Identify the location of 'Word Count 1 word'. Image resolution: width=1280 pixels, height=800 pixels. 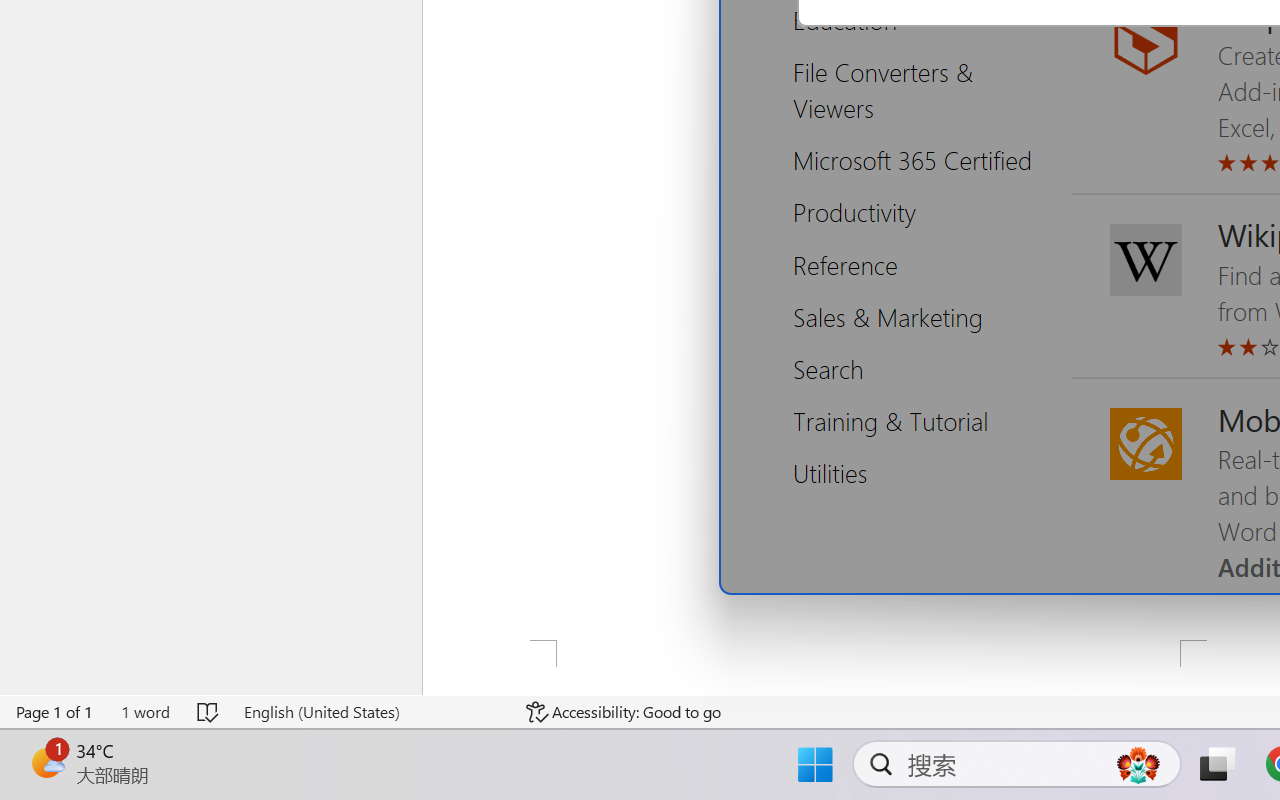
(144, 711).